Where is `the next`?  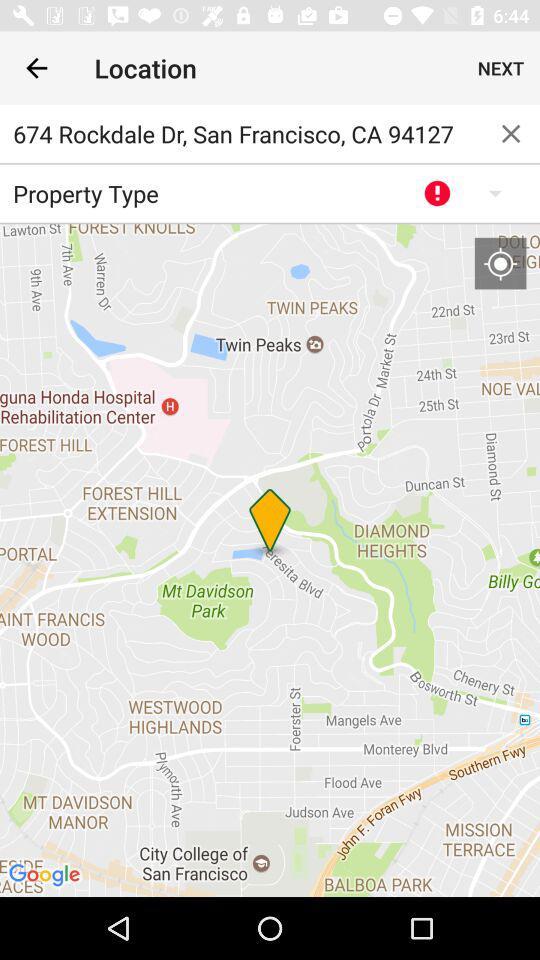
the next is located at coordinates (500, 68).